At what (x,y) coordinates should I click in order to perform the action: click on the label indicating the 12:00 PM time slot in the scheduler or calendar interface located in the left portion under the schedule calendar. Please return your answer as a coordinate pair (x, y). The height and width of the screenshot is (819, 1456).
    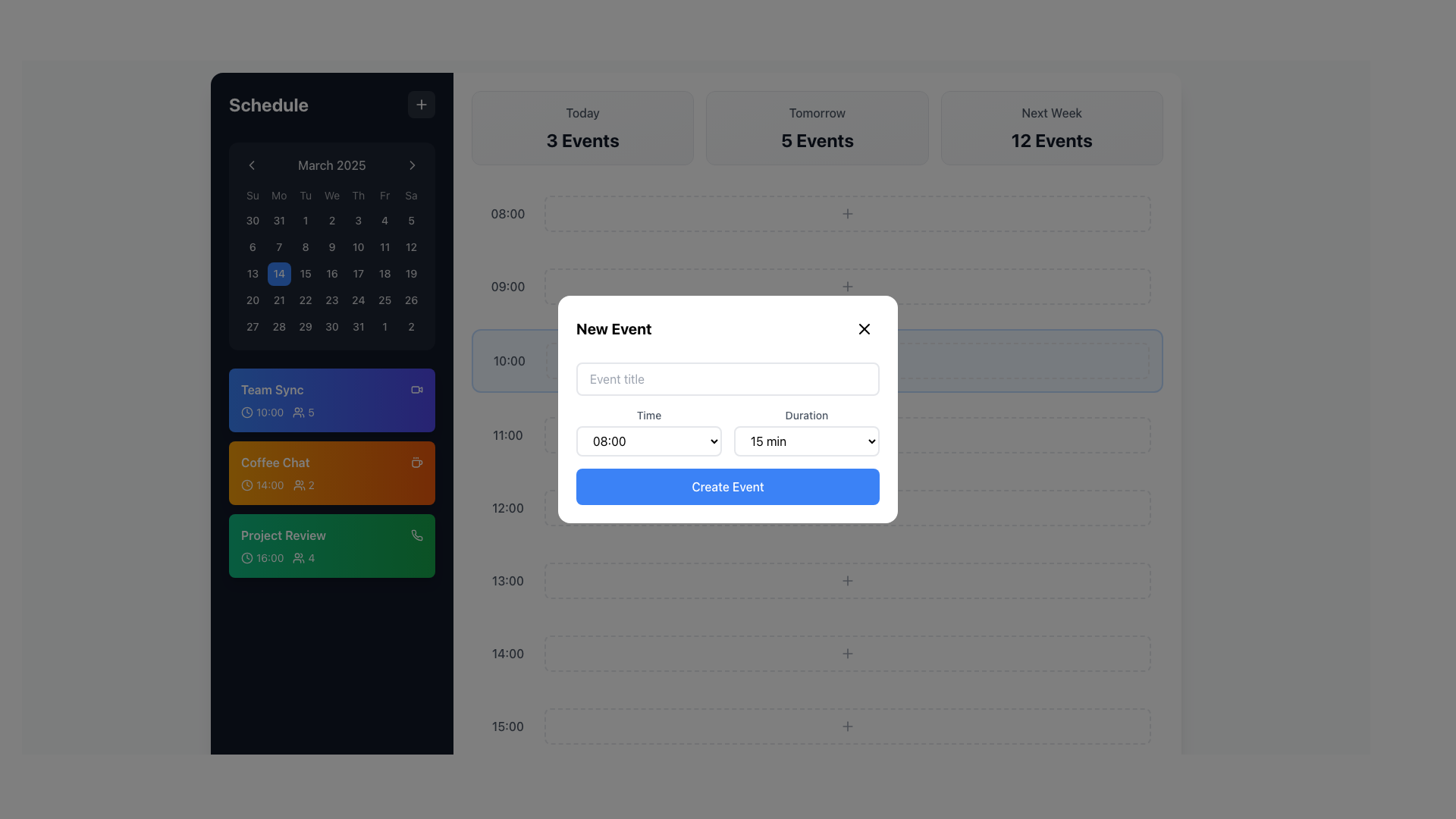
    Looking at the image, I should click on (508, 508).